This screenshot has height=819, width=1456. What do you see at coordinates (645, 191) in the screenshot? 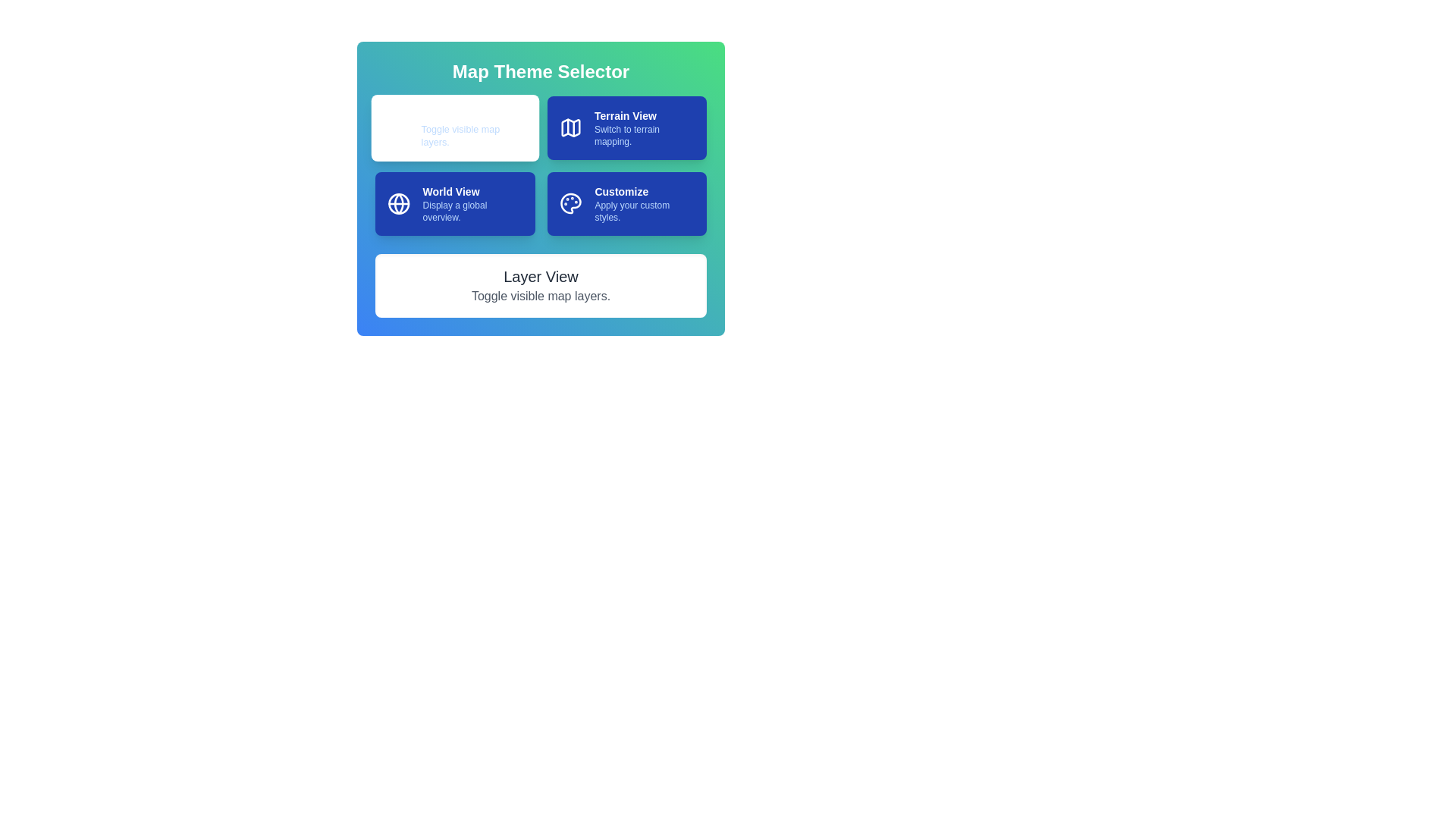
I see `the 'Customize' static text label, which is styled in white bold font on a dark blue background, located in the 'Map Theme Selector' interface under the 'Apply your custom styles' section` at bounding box center [645, 191].